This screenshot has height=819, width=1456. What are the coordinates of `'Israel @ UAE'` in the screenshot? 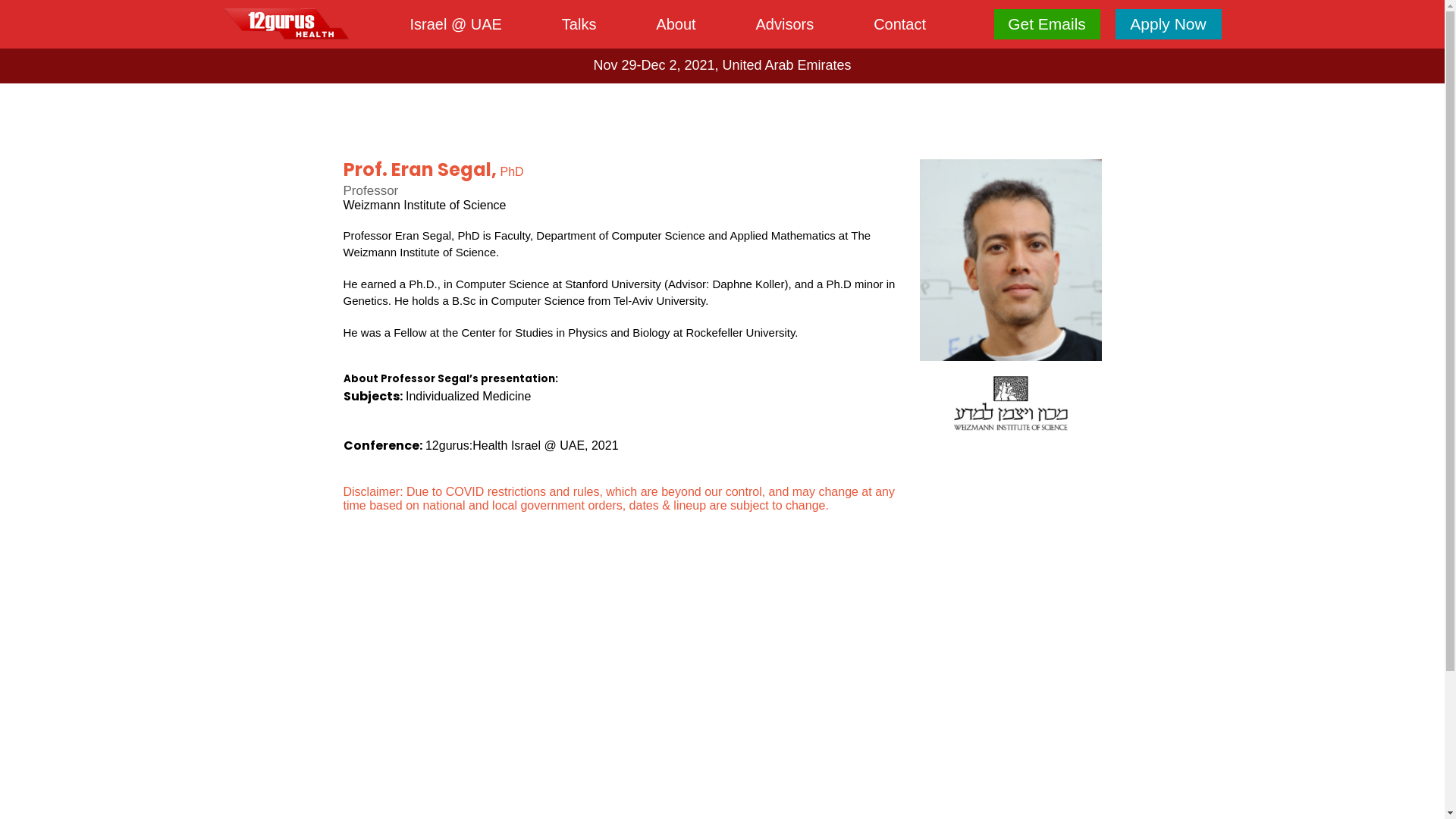 It's located at (454, 24).